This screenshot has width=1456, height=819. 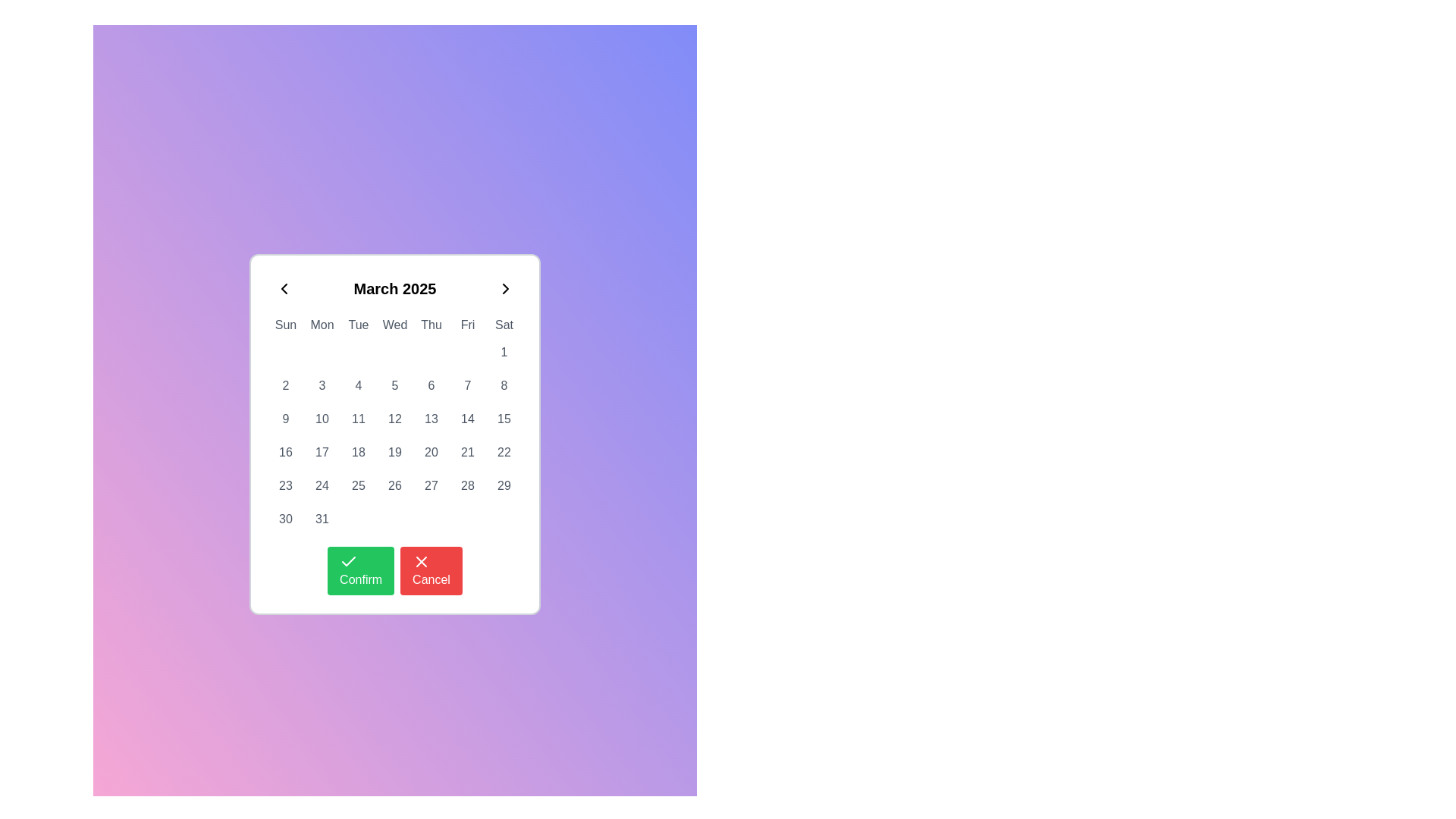 I want to click on the date button labeled '20' in the calendar view, so click(x=431, y=452).